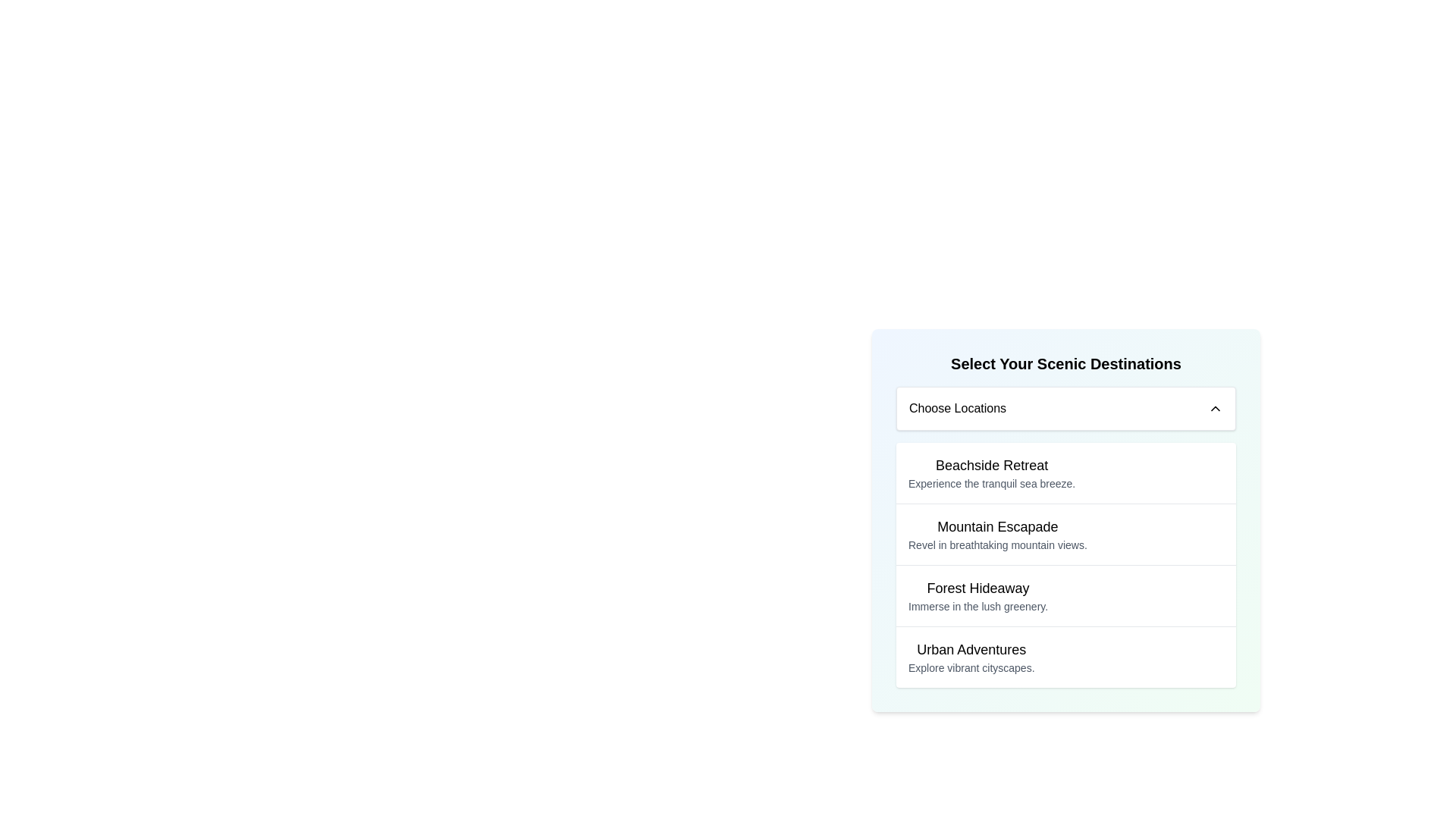 This screenshot has width=1456, height=819. What do you see at coordinates (1065, 564) in the screenshot?
I see `the third list item labeled 'Forest Hideaway' in the 'Choose Locations' dropdown under 'Select Your Scenic Destinations'` at bounding box center [1065, 564].